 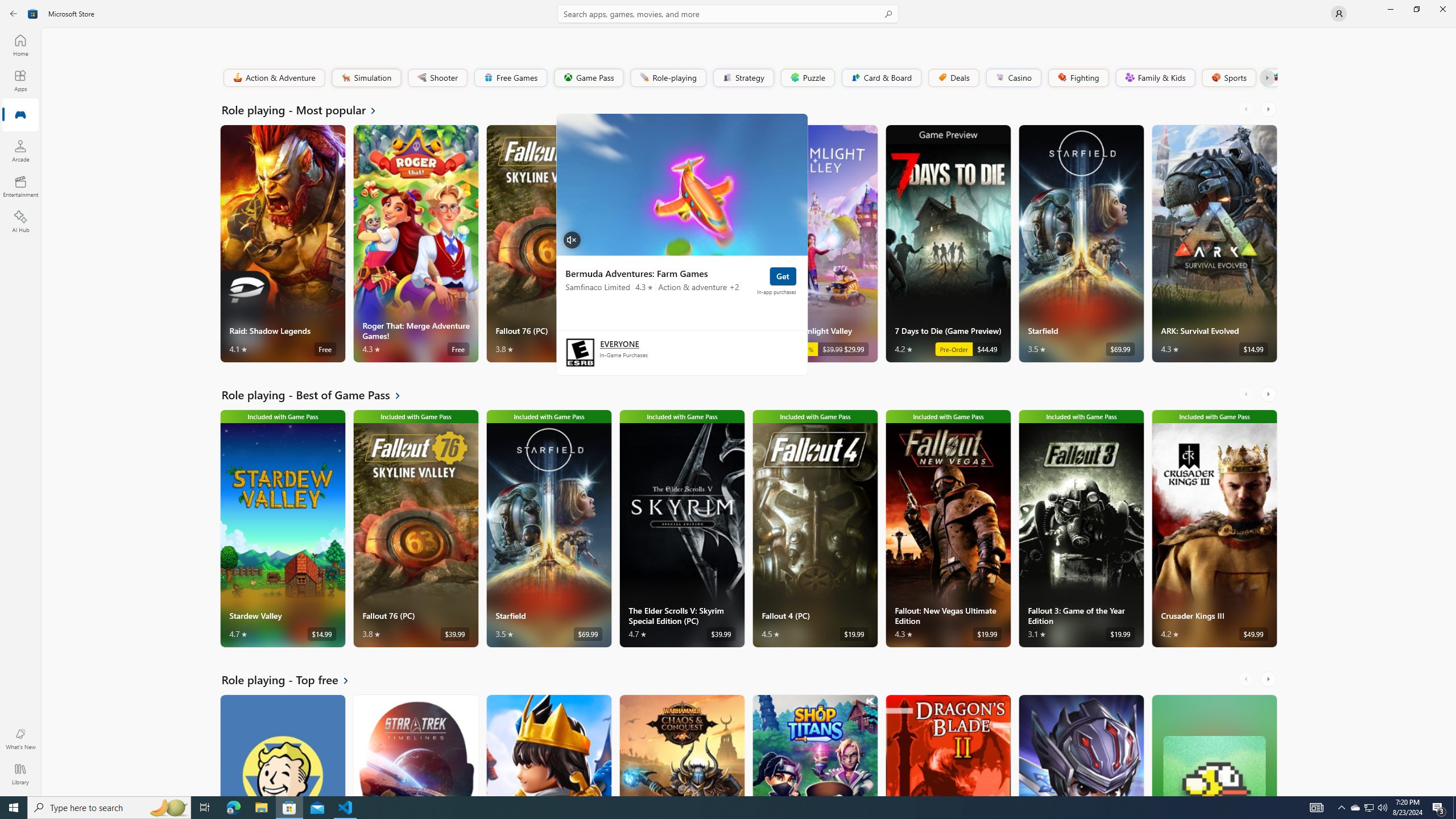 I want to click on 'Close Microsoft Store', so click(x=1442, y=9).